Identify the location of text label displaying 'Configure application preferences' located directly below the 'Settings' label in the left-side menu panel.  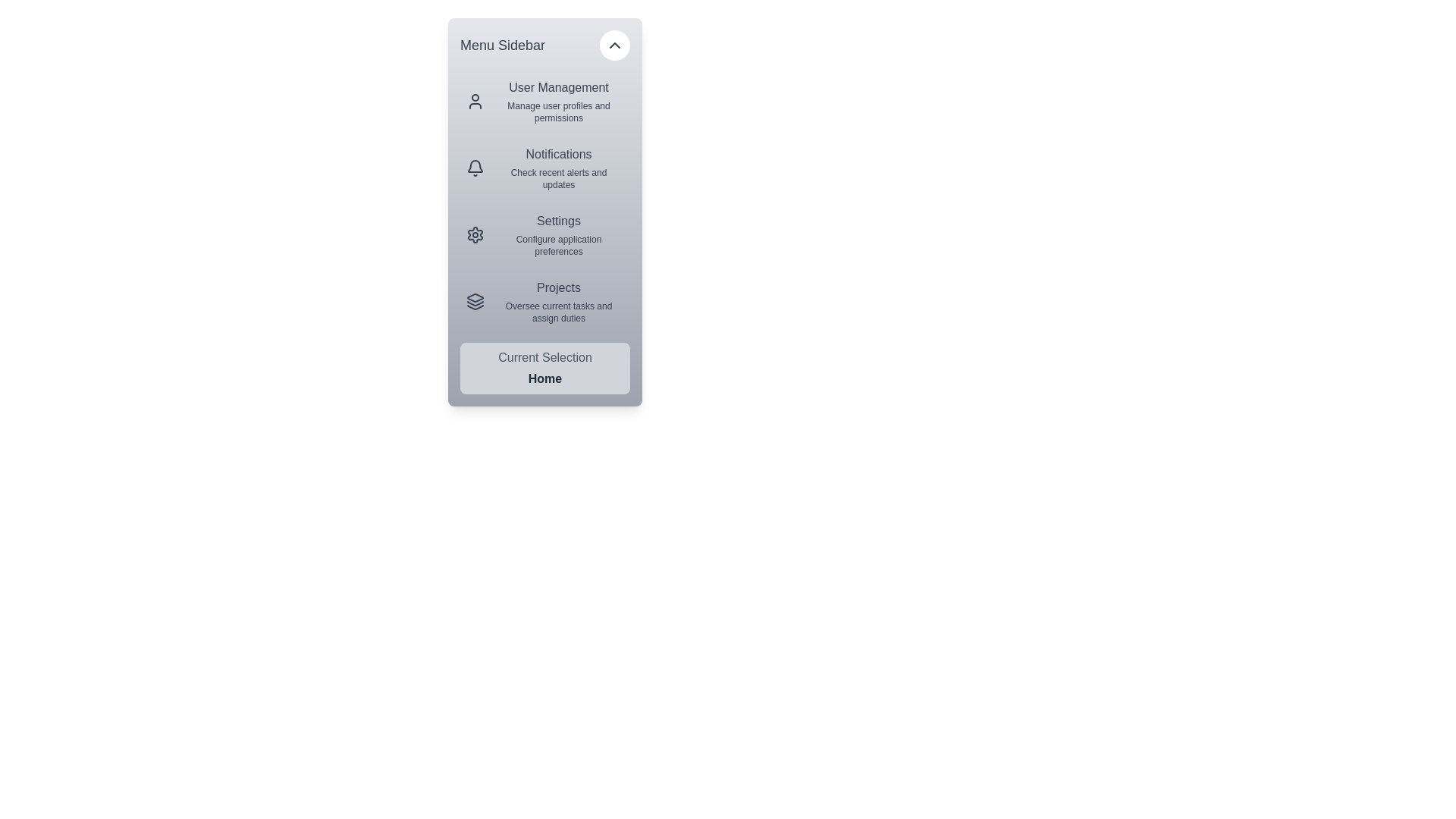
(558, 245).